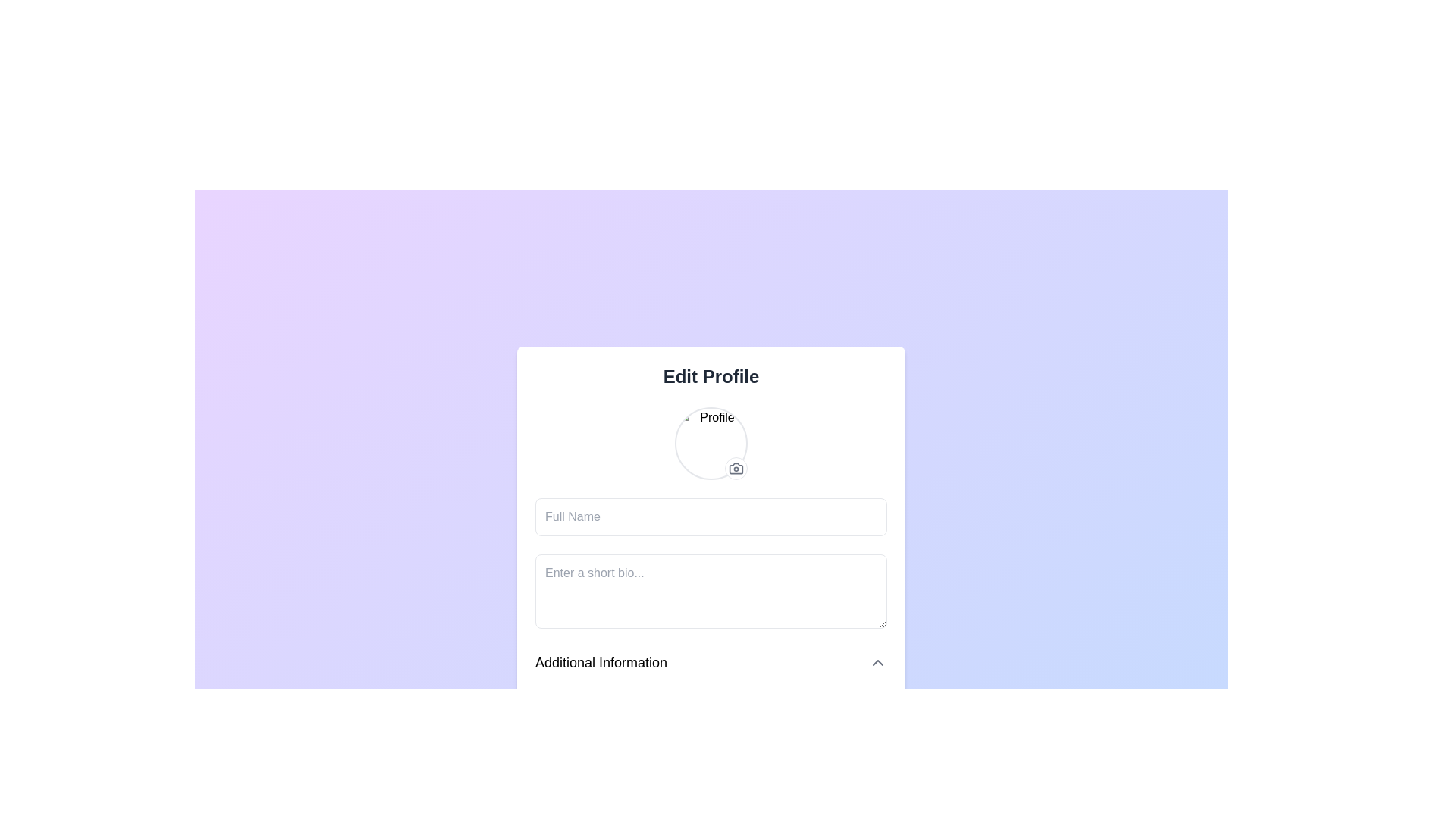  Describe the element at coordinates (736, 467) in the screenshot. I see `the SVG camera icon located at the bottom-right of the circular profile image placeholder in the 'Edit Profile' section` at that location.